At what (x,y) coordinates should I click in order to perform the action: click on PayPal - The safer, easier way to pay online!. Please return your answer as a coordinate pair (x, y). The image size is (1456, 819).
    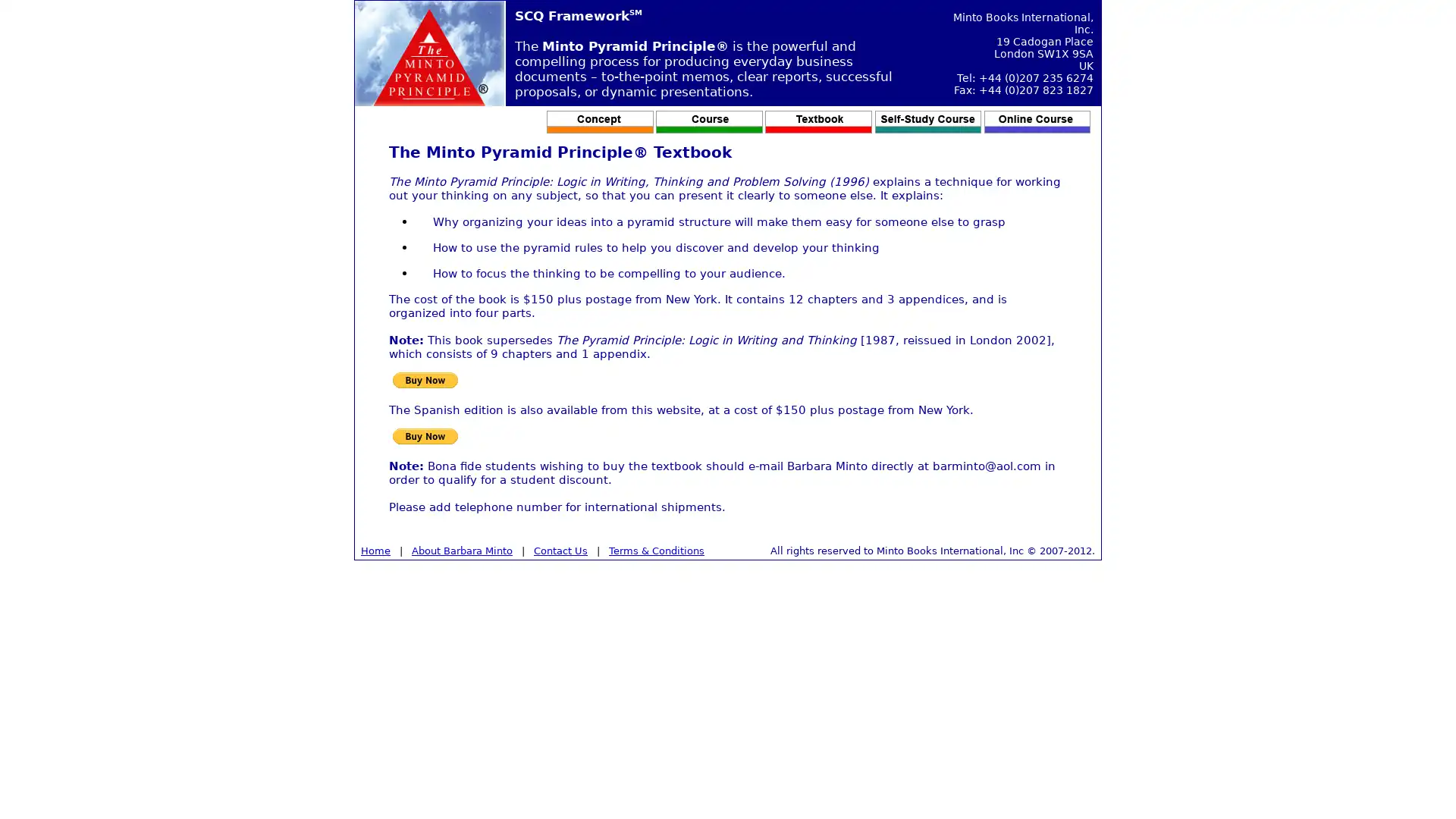
    Looking at the image, I should click on (425, 436).